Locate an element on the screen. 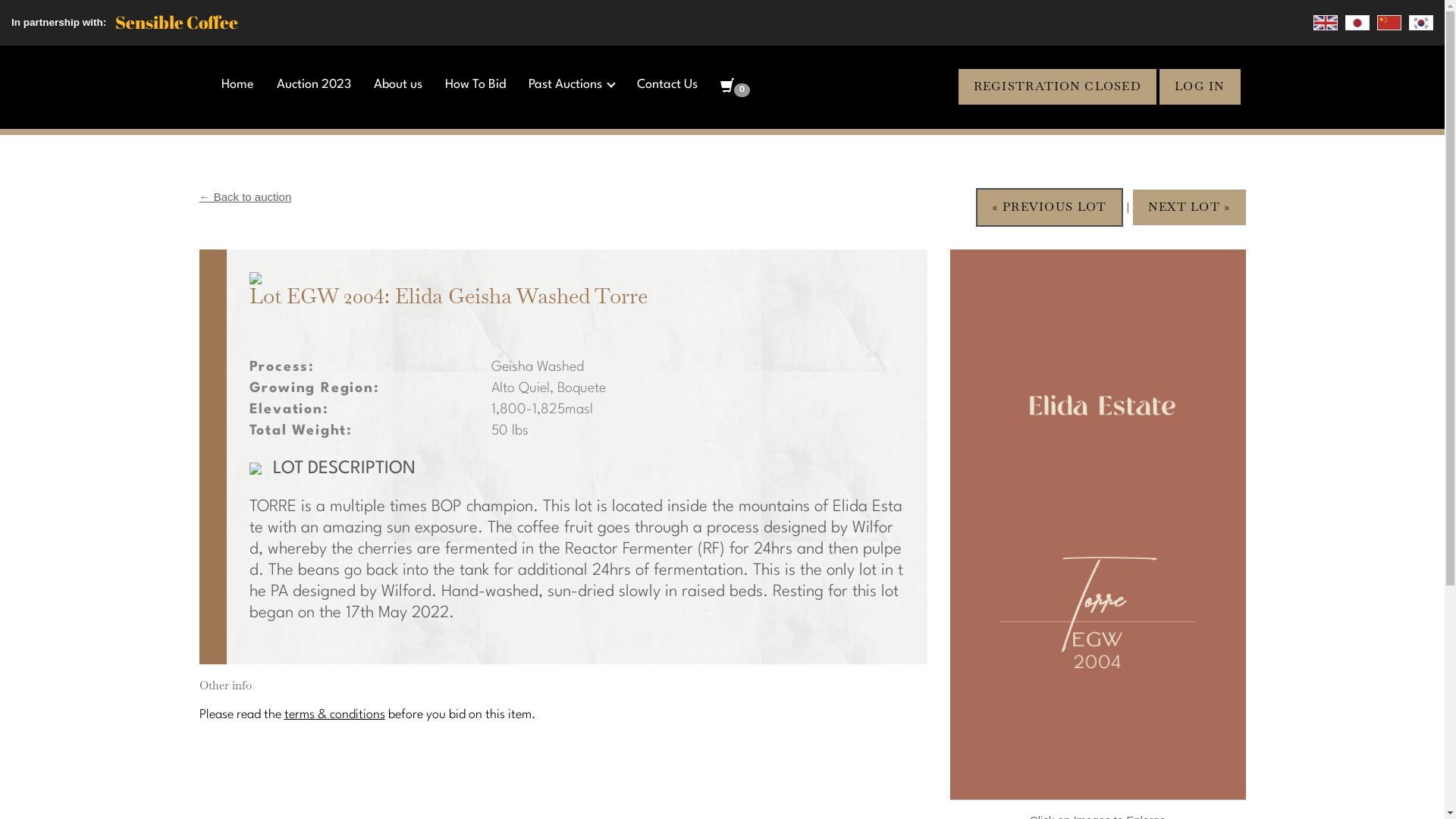 This screenshot has width=1456, height=819. 'zh' is located at coordinates (1389, 23).